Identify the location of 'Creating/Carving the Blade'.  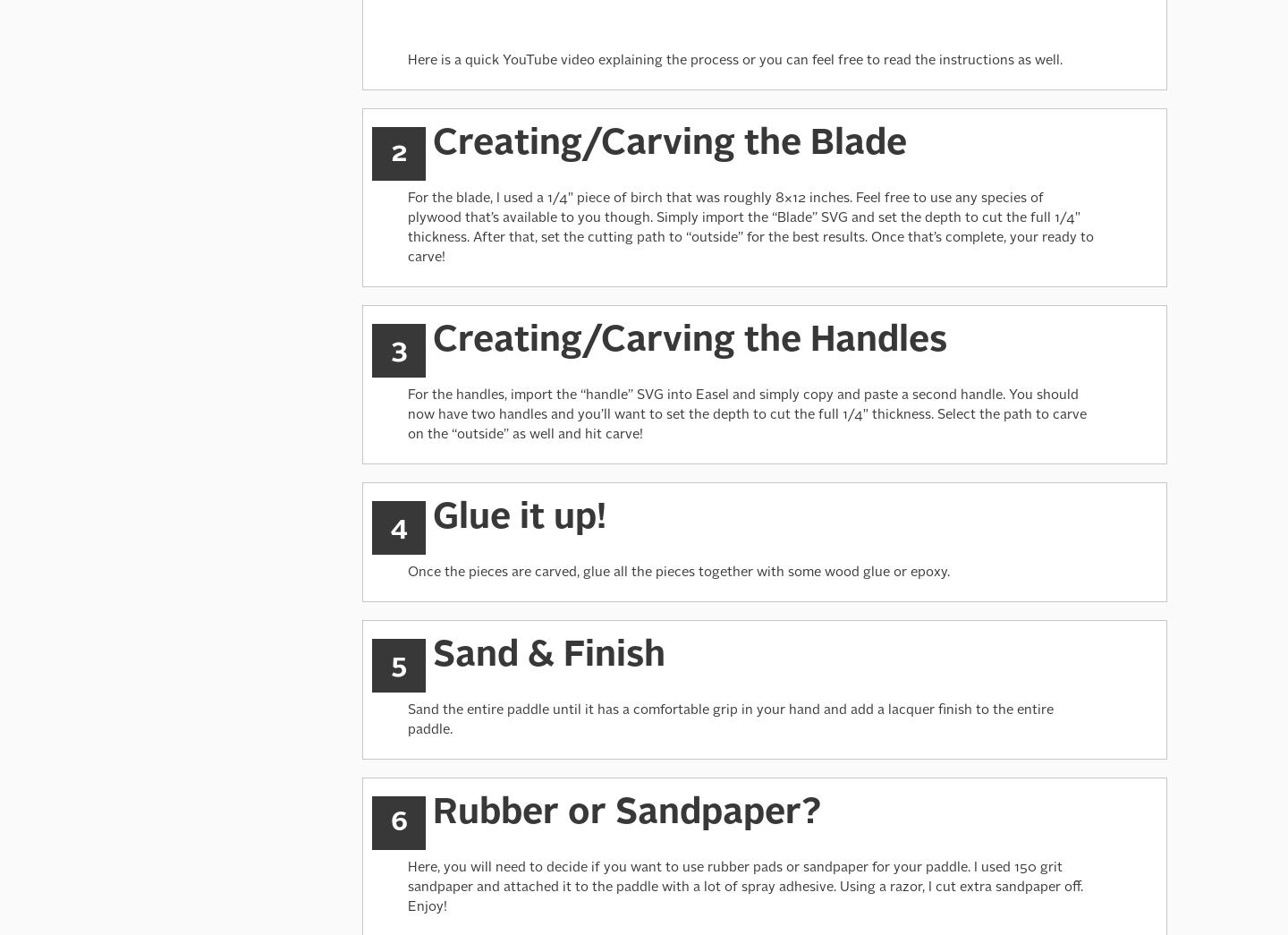
(668, 143).